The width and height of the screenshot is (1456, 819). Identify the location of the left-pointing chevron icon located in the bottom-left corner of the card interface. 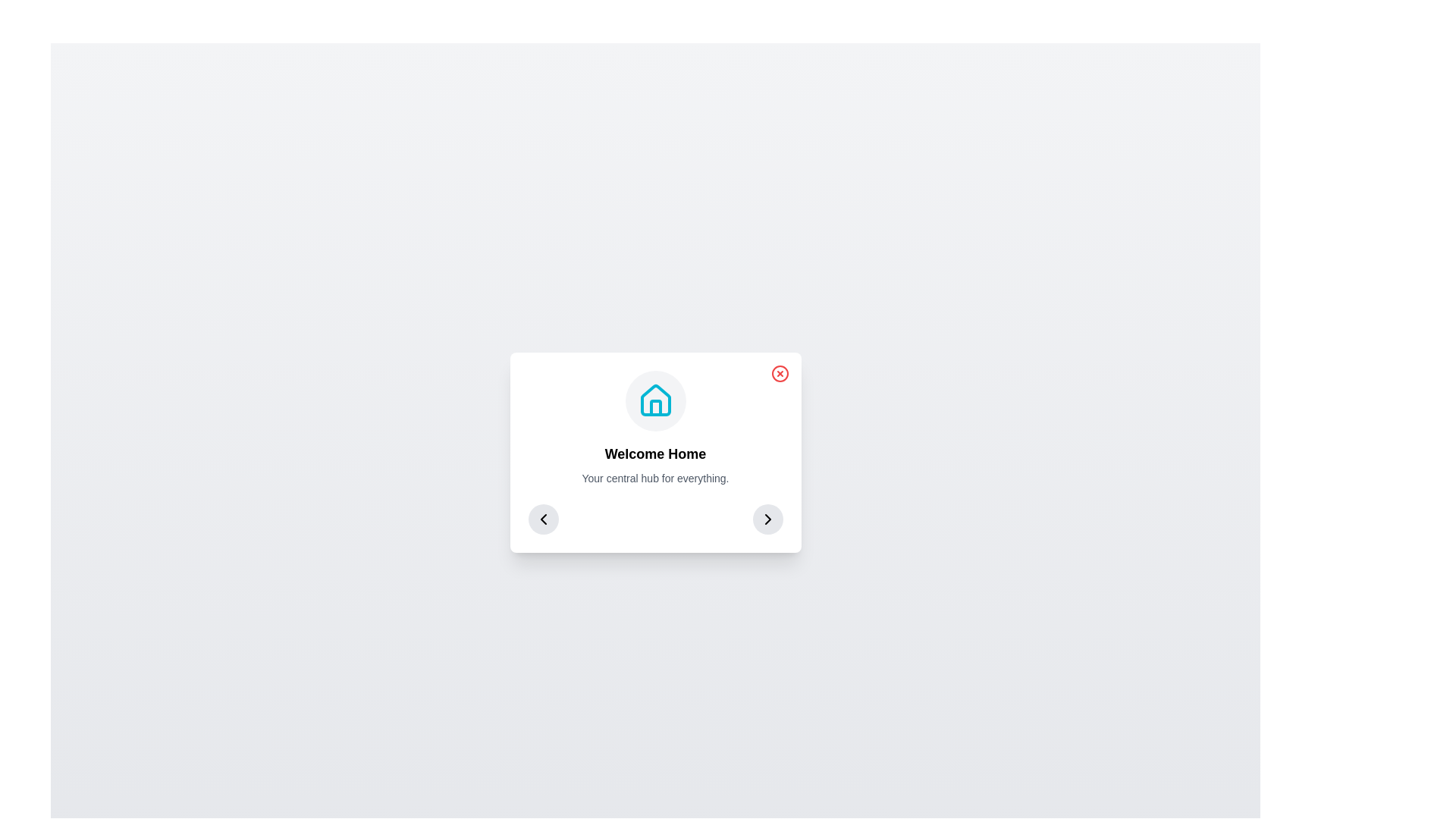
(543, 519).